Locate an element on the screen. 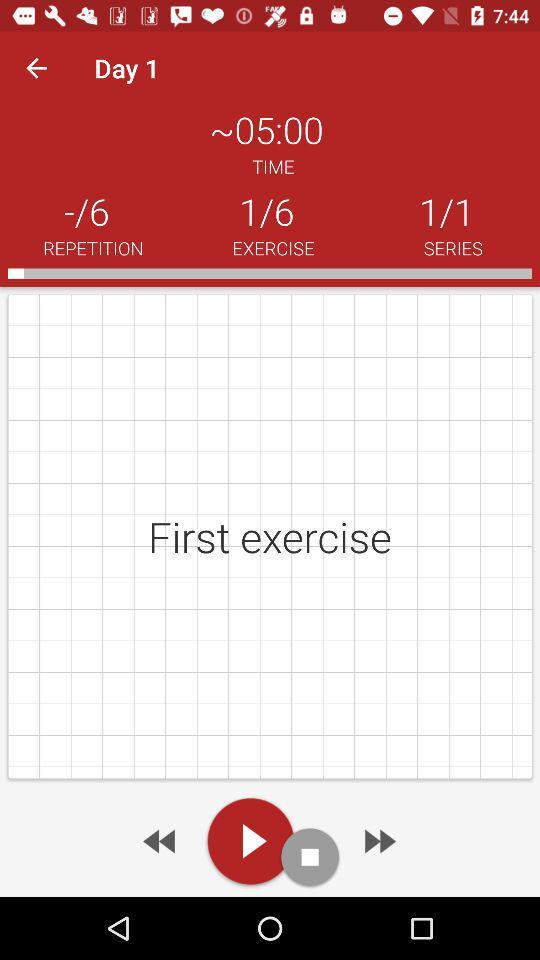 This screenshot has width=540, height=960. go forward is located at coordinates (378, 840).